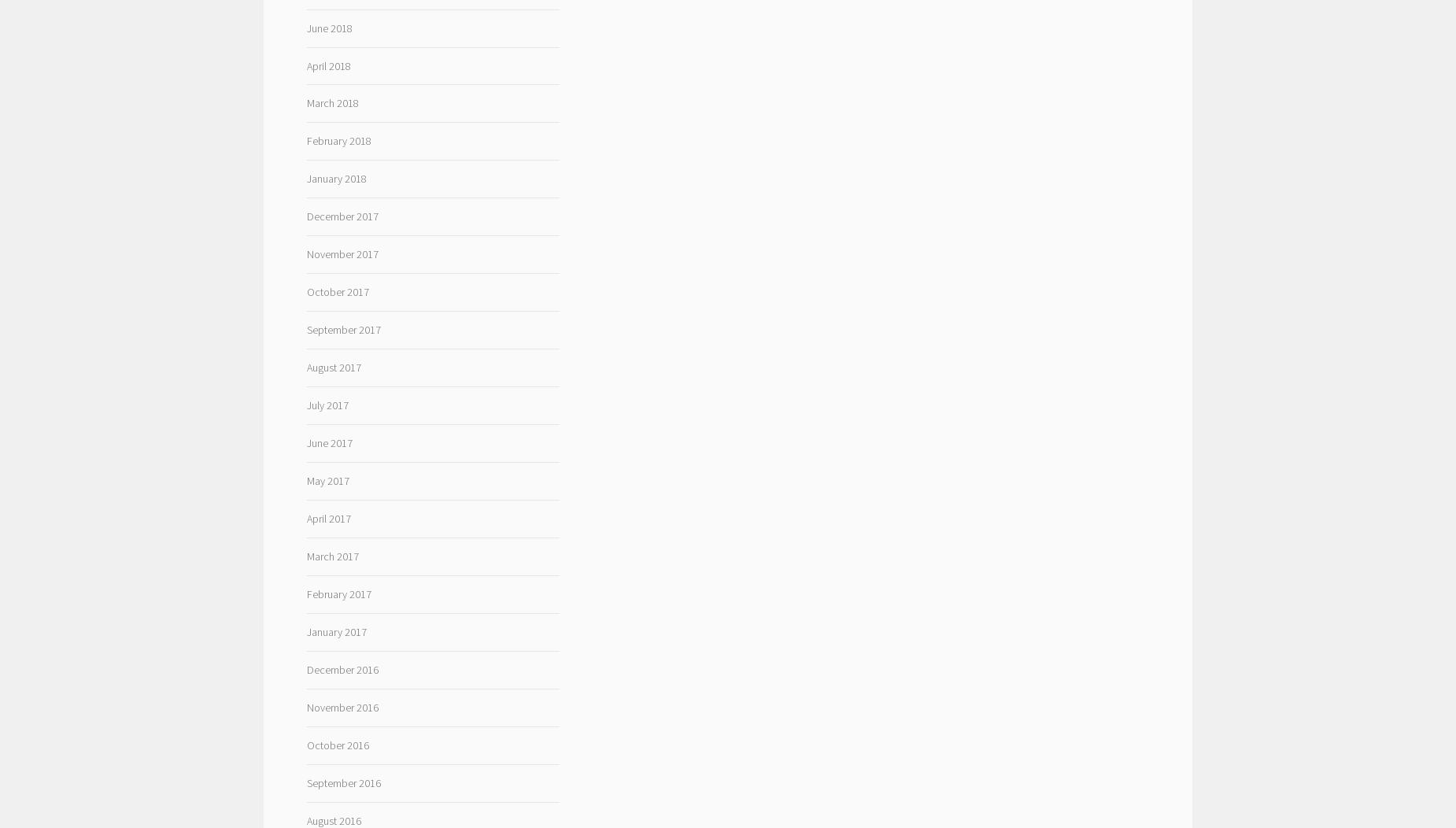 This screenshot has width=1456, height=828. I want to click on 'September 2017', so click(342, 329).